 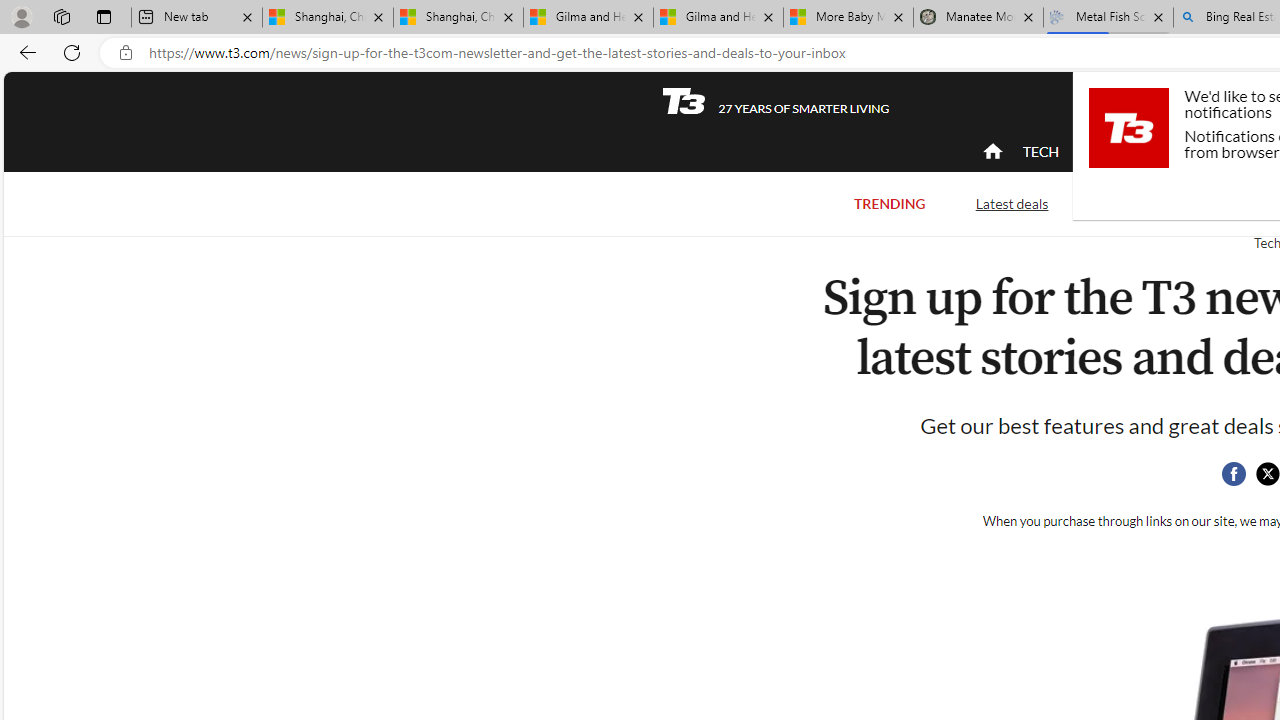 I want to click on 't3.com Logo', so click(x=1128, y=127).